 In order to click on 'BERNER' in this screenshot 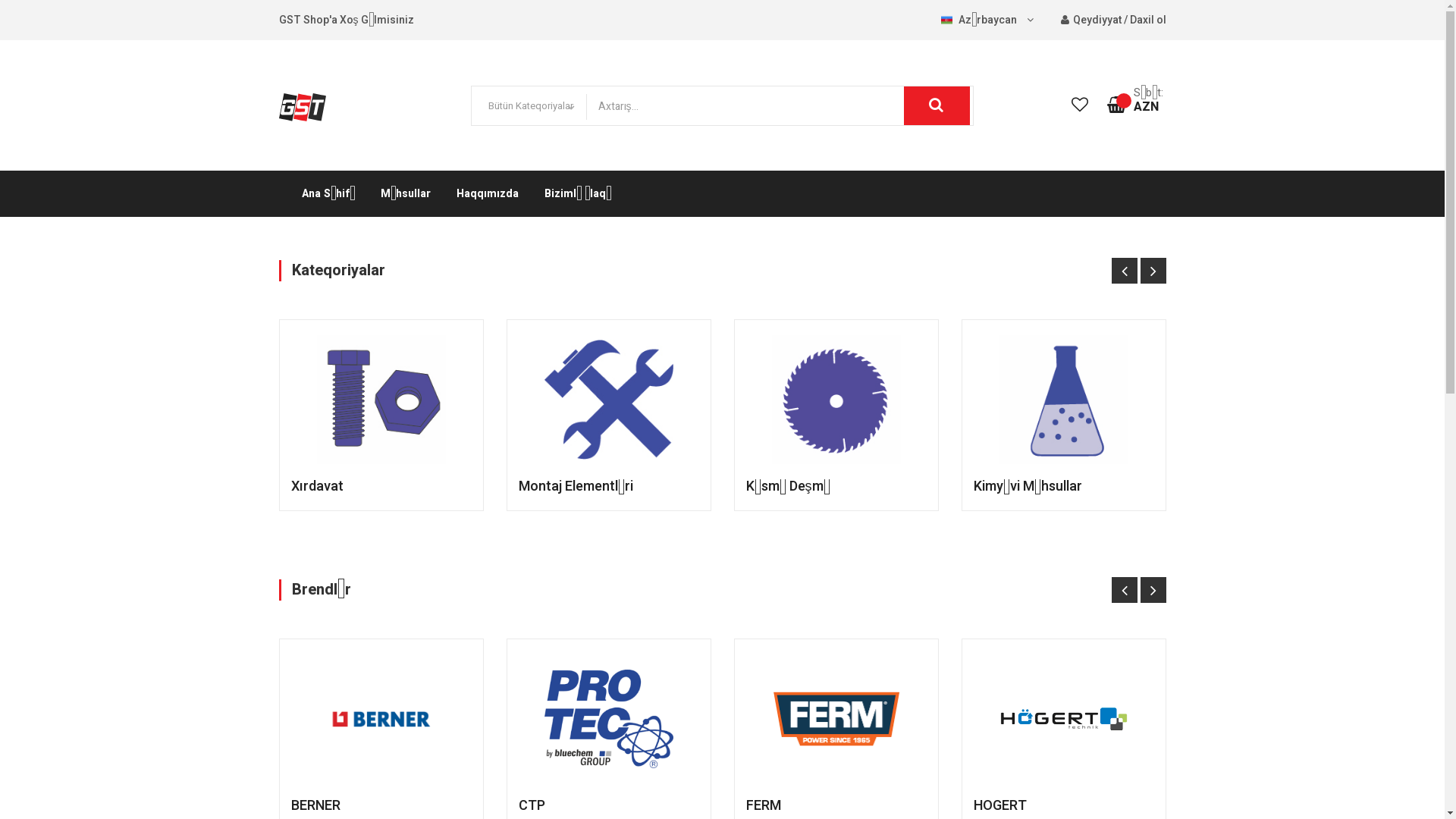, I will do `click(291, 805)`.